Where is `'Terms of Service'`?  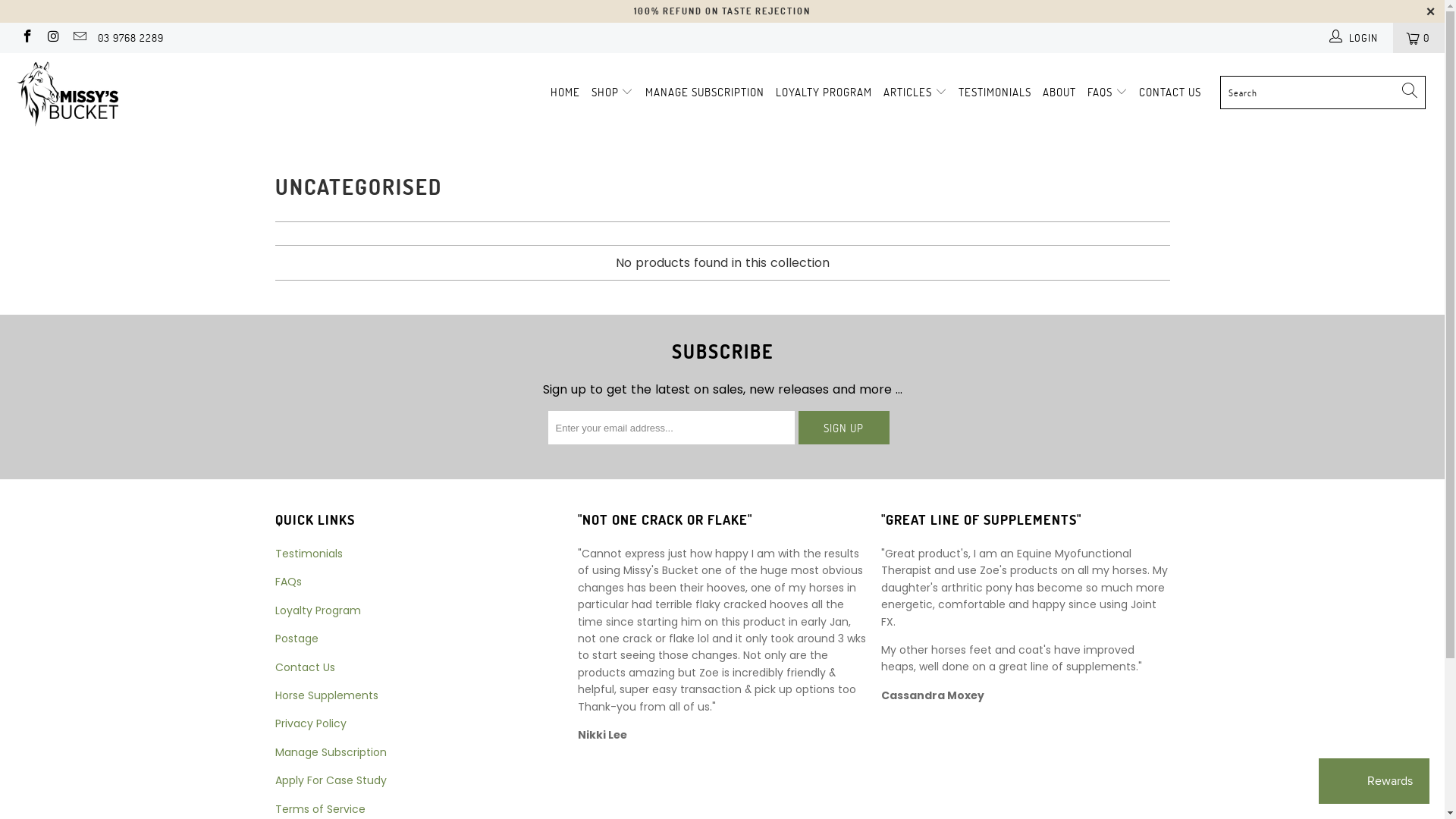
'Terms of Service' is located at coordinates (318, 808).